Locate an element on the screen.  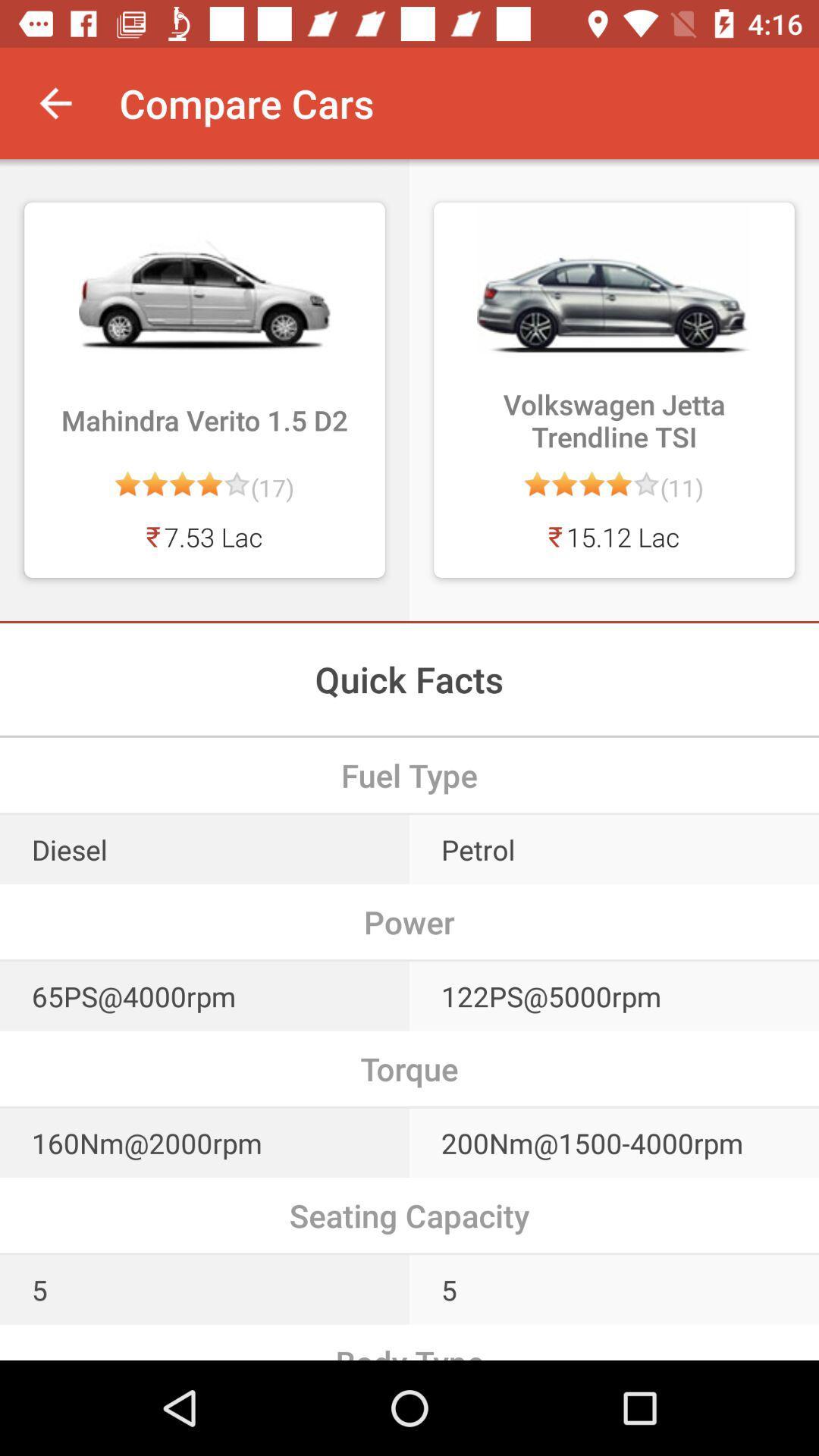
icon next to compare cars app is located at coordinates (55, 102).